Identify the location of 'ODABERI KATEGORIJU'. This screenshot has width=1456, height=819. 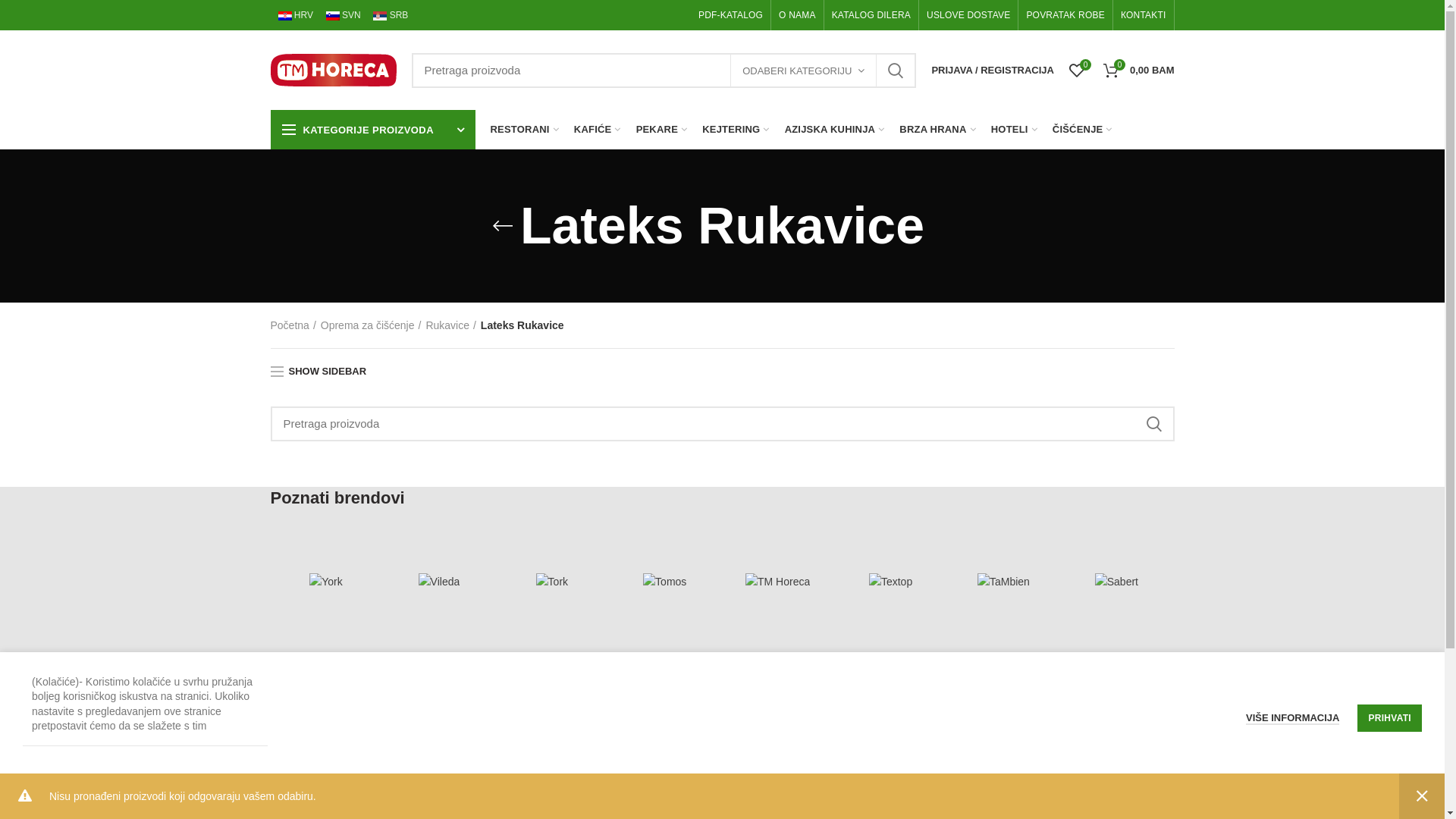
(731, 71).